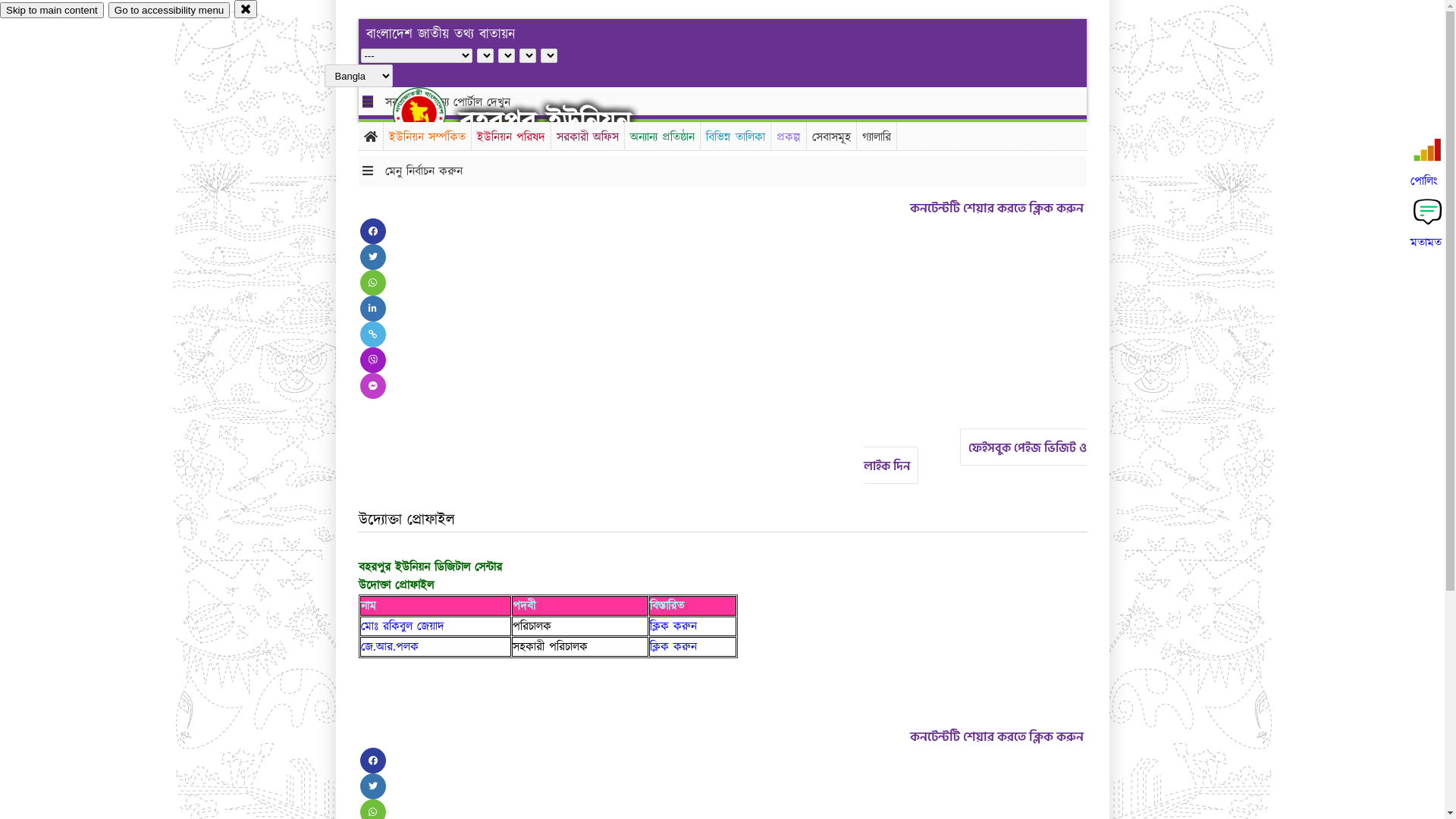  I want to click on 'Go to accessibility menu', so click(168, 10).